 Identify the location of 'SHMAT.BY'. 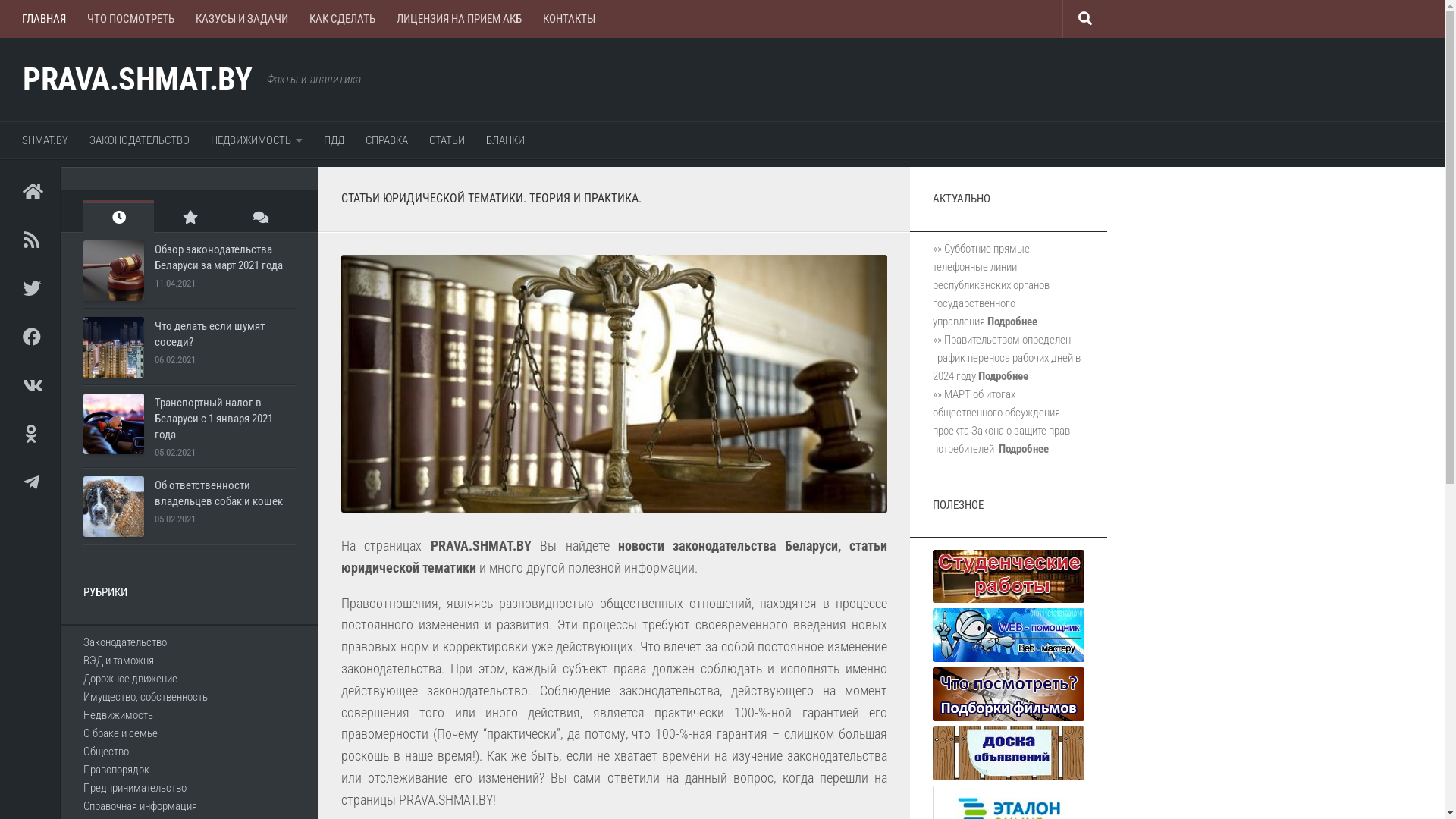
(45, 140).